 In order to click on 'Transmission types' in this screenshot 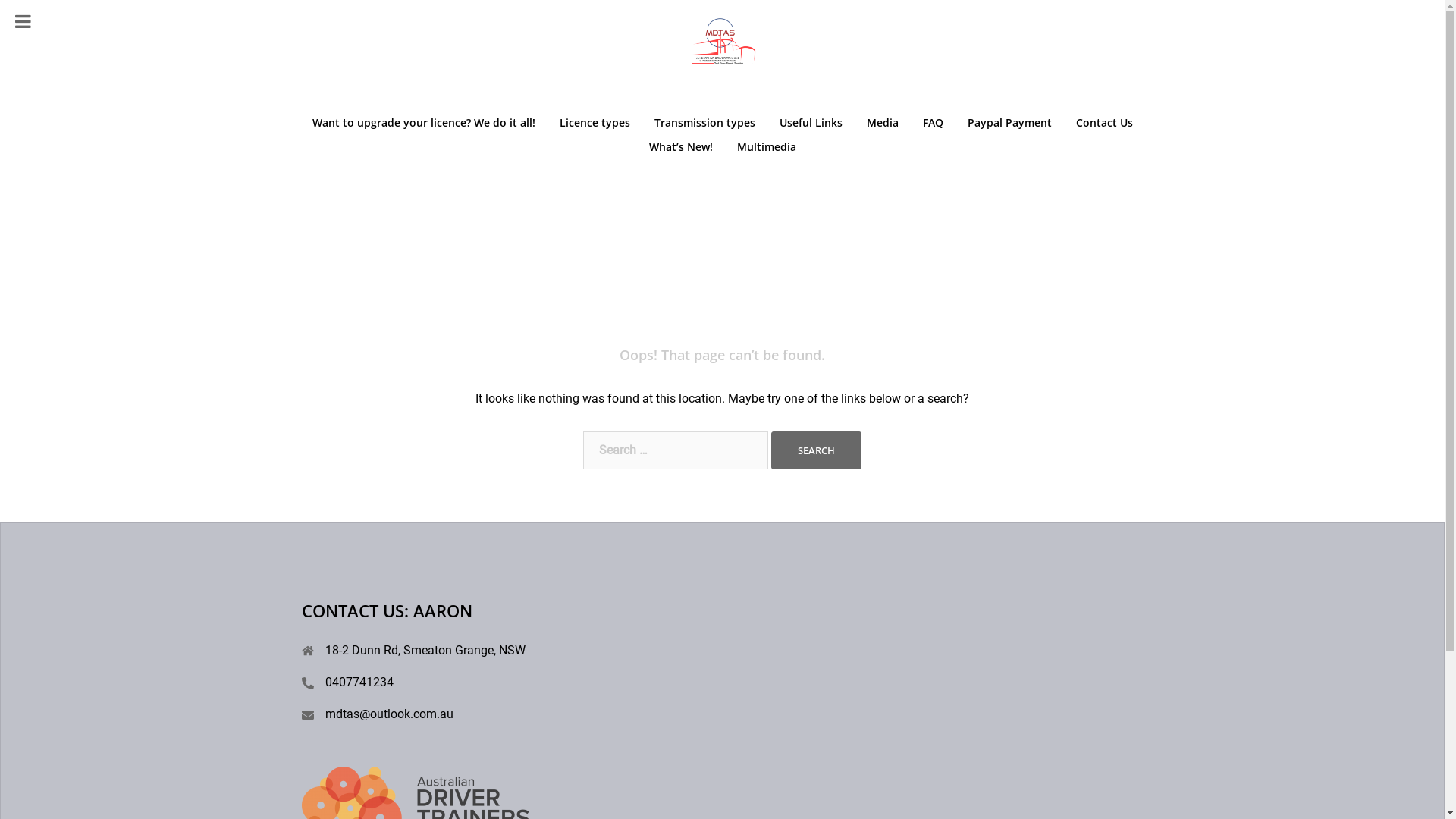, I will do `click(703, 122)`.